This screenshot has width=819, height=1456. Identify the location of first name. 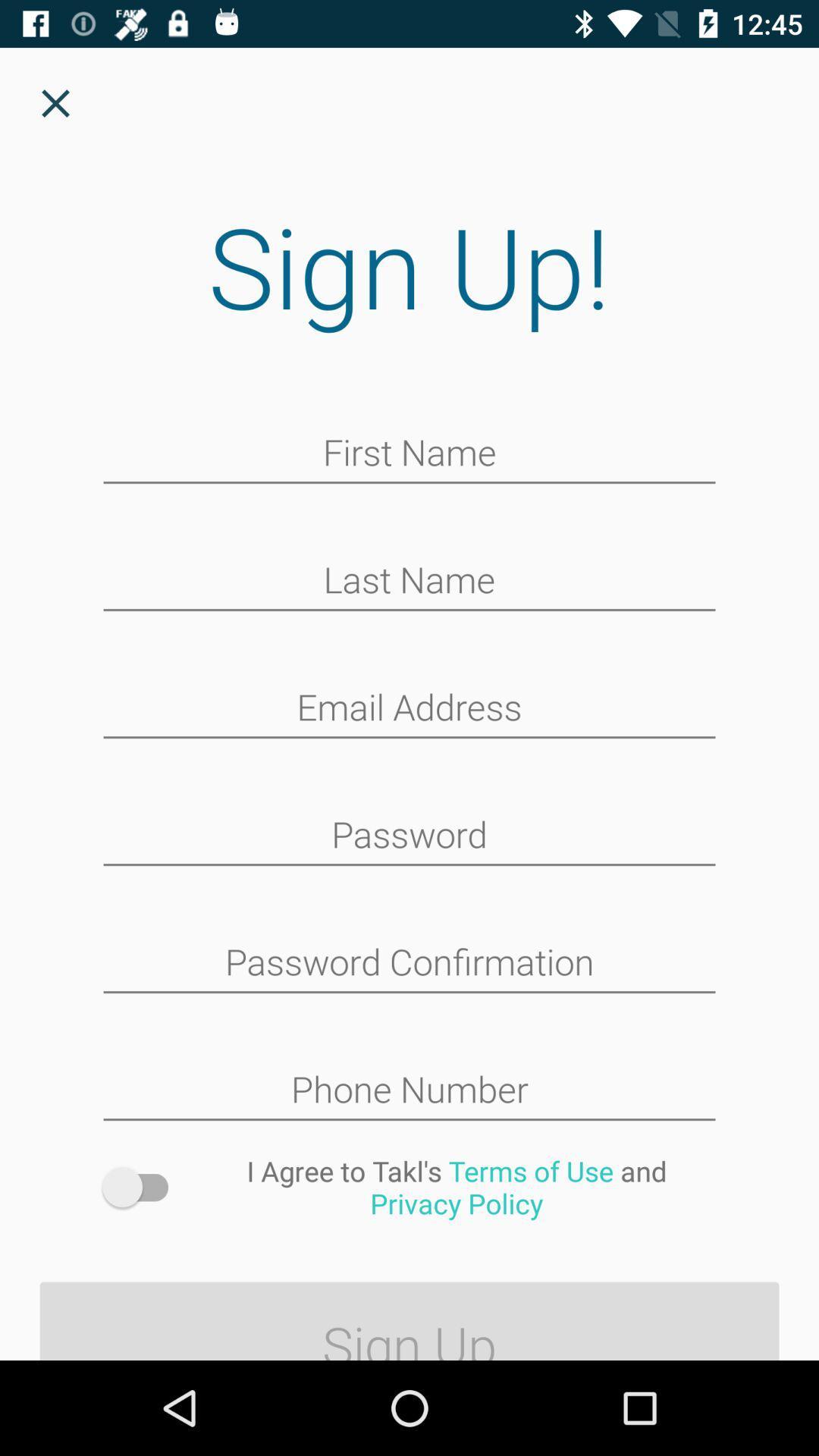
(409, 453).